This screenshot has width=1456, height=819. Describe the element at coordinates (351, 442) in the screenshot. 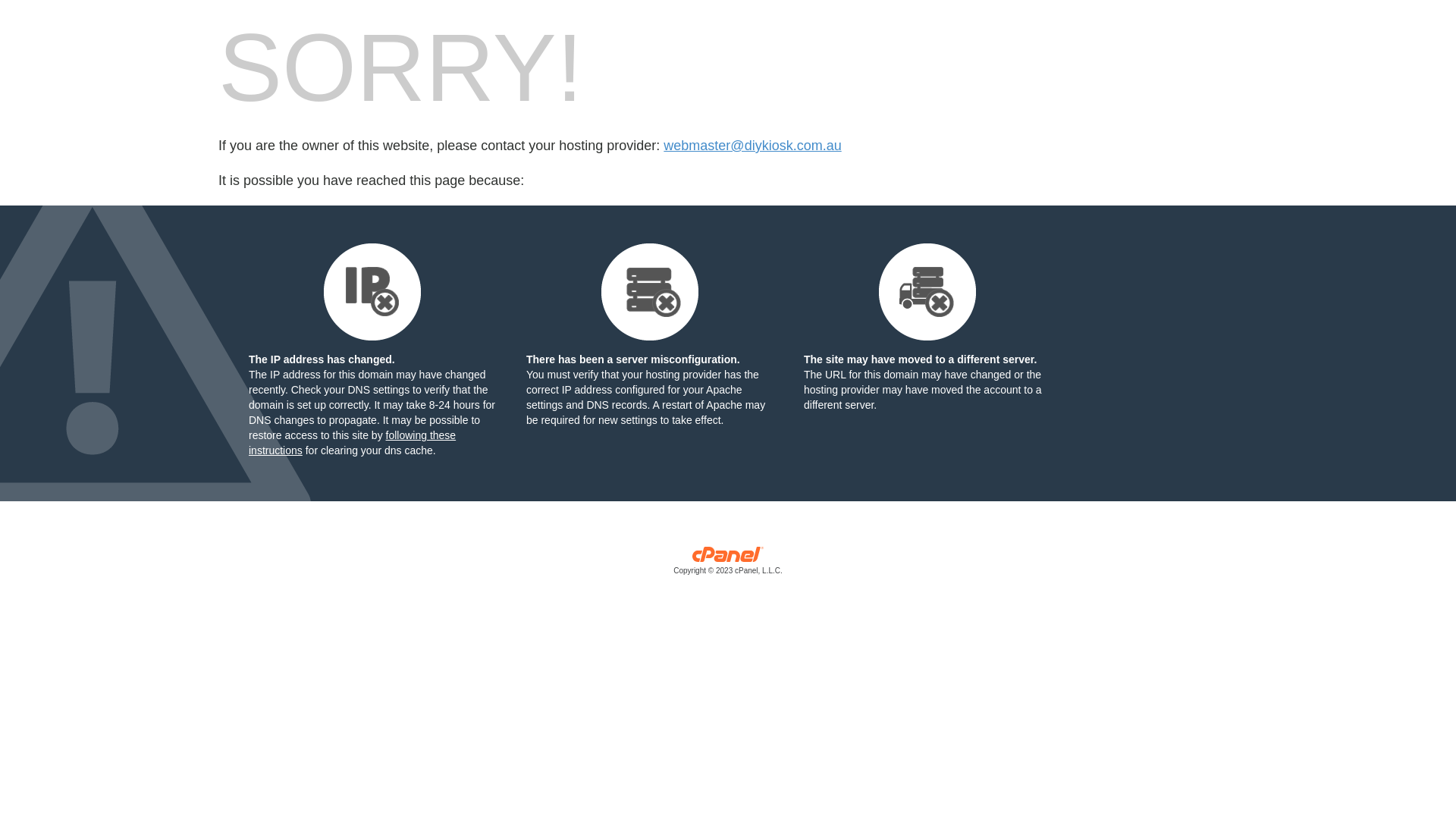

I see `'following these instructions'` at that location.